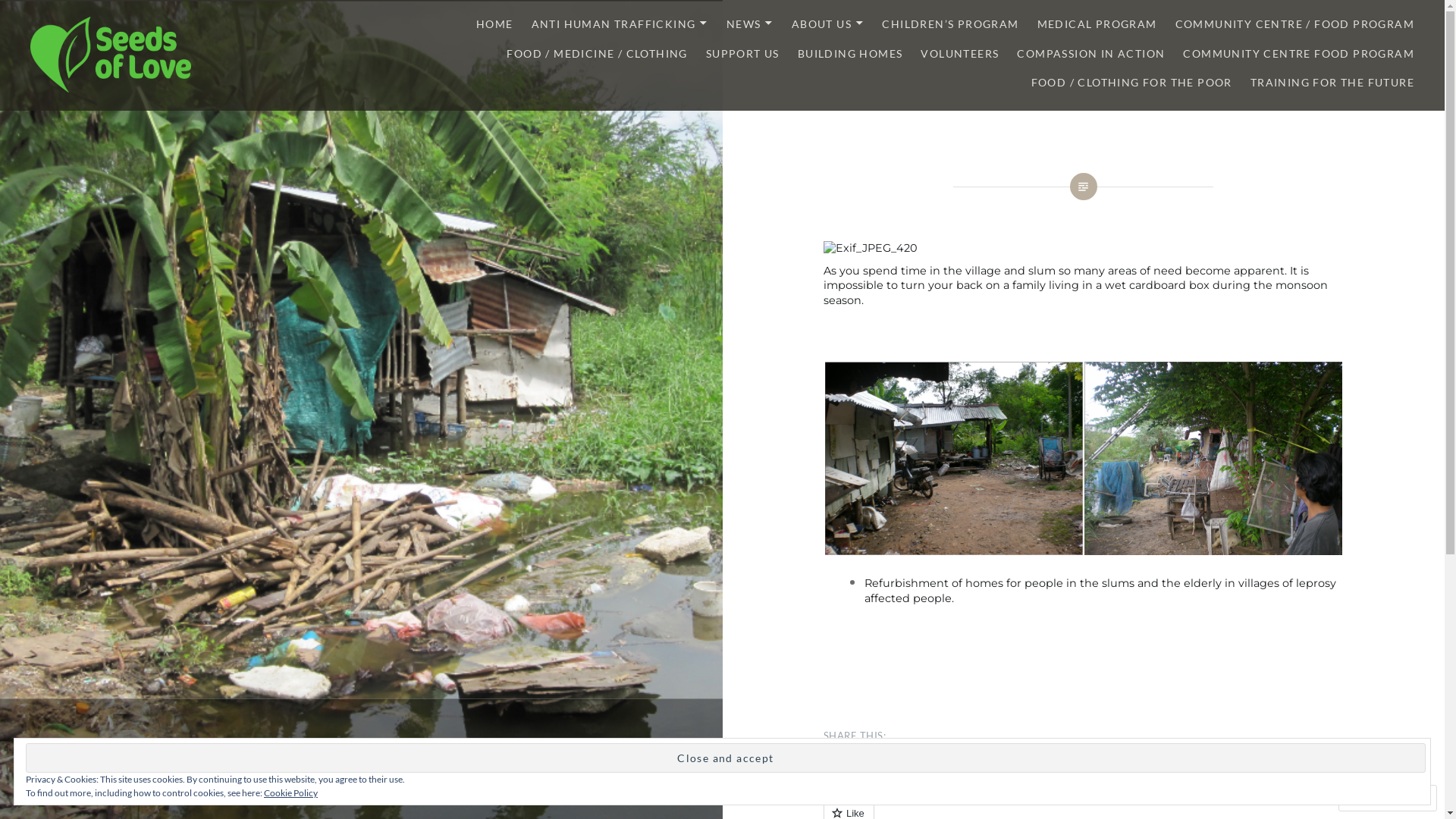 This screenshot has height=819, width=1456. What do you see at coordinates (1031, 83) in the screenshot?
I see `'FOOD / CLOTHING FOR THE POOR'` at bounding box center [1031, 83].